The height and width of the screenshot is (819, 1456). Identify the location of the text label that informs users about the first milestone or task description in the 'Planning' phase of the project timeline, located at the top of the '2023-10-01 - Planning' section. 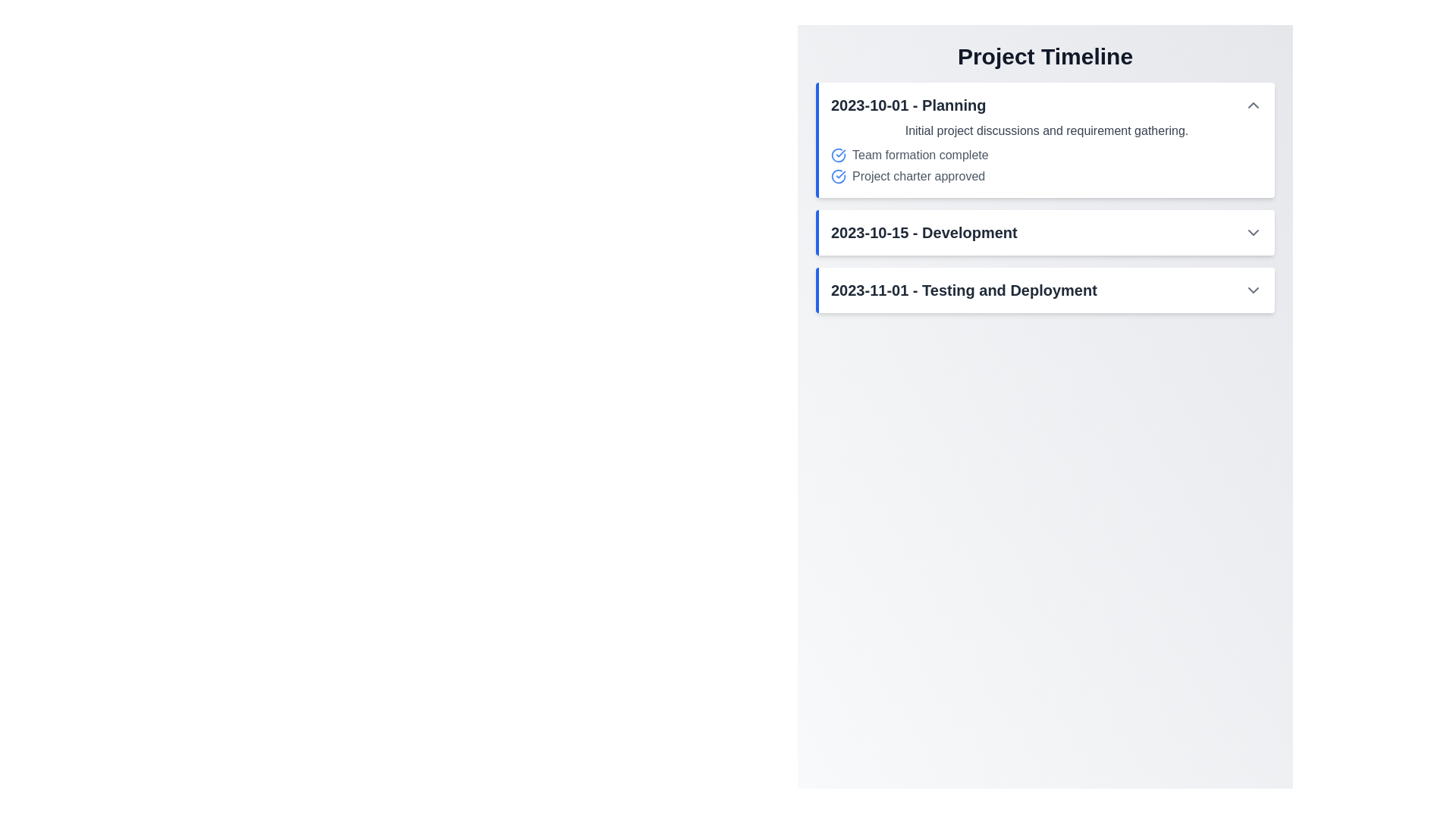
(1046, 130).